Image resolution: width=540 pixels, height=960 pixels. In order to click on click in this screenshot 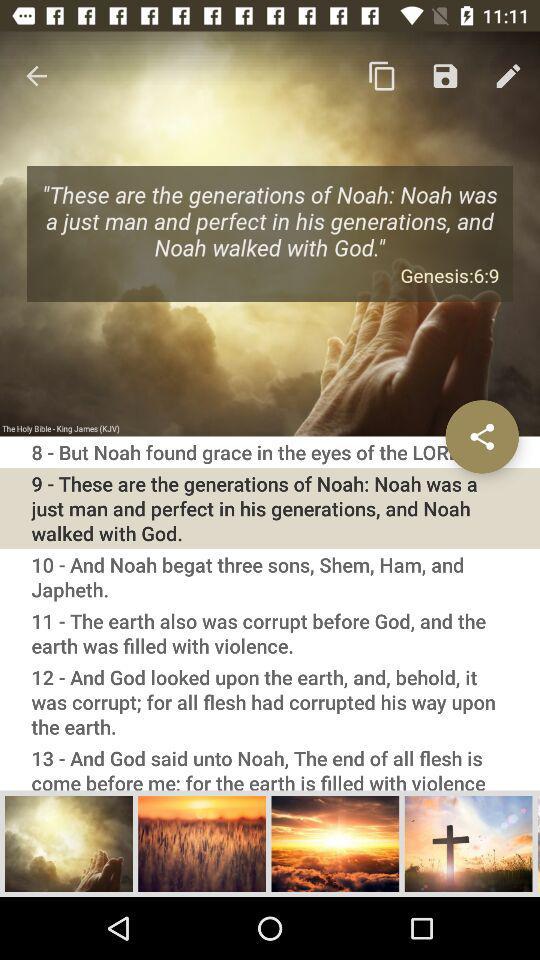, I will do `click(468, 842)`.